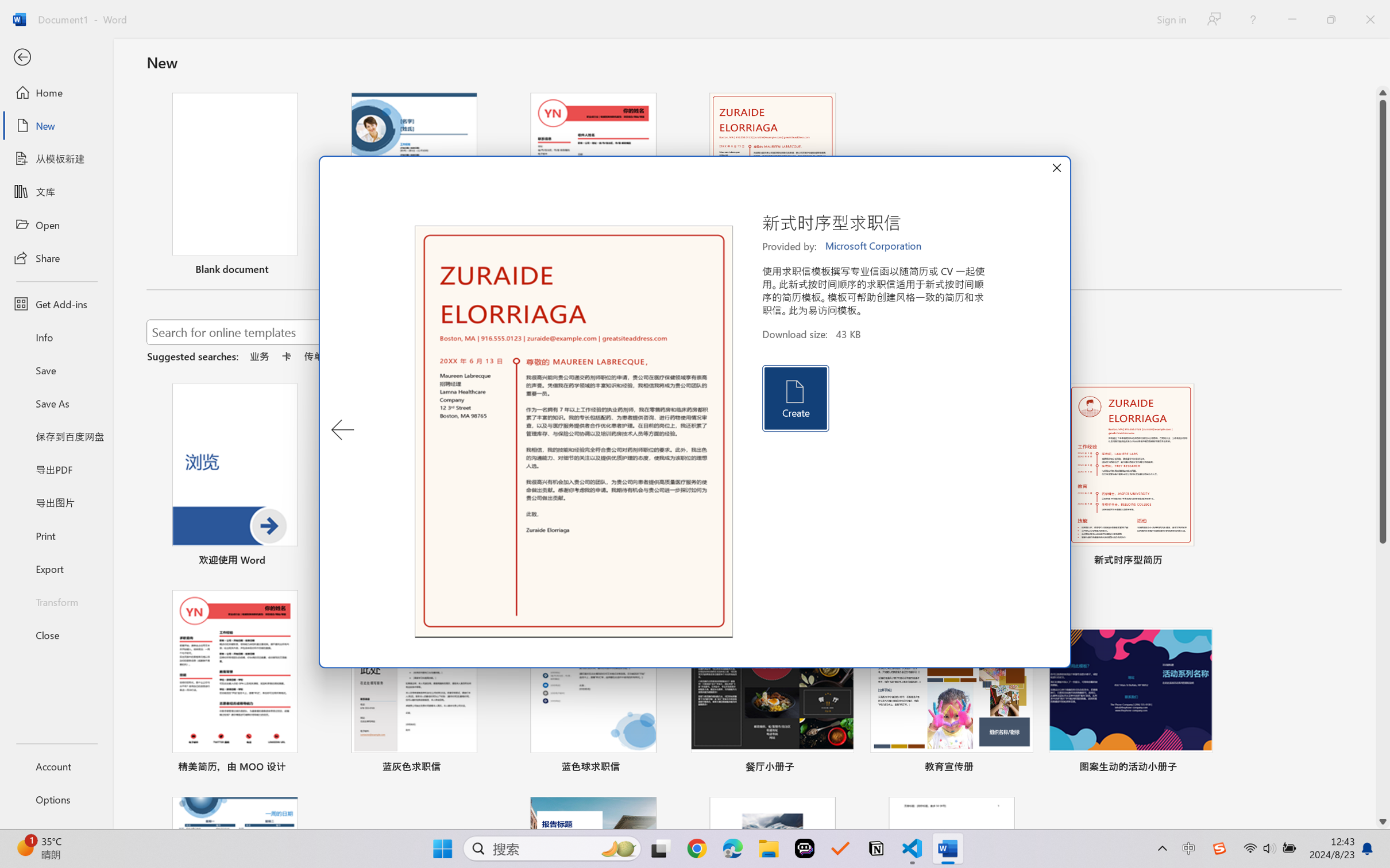 This screenshot has height=868, width=1390. What do you see at coordinates (56, 799) in the screenshot?
I see `'Options'` at bounding box center [56, 799].